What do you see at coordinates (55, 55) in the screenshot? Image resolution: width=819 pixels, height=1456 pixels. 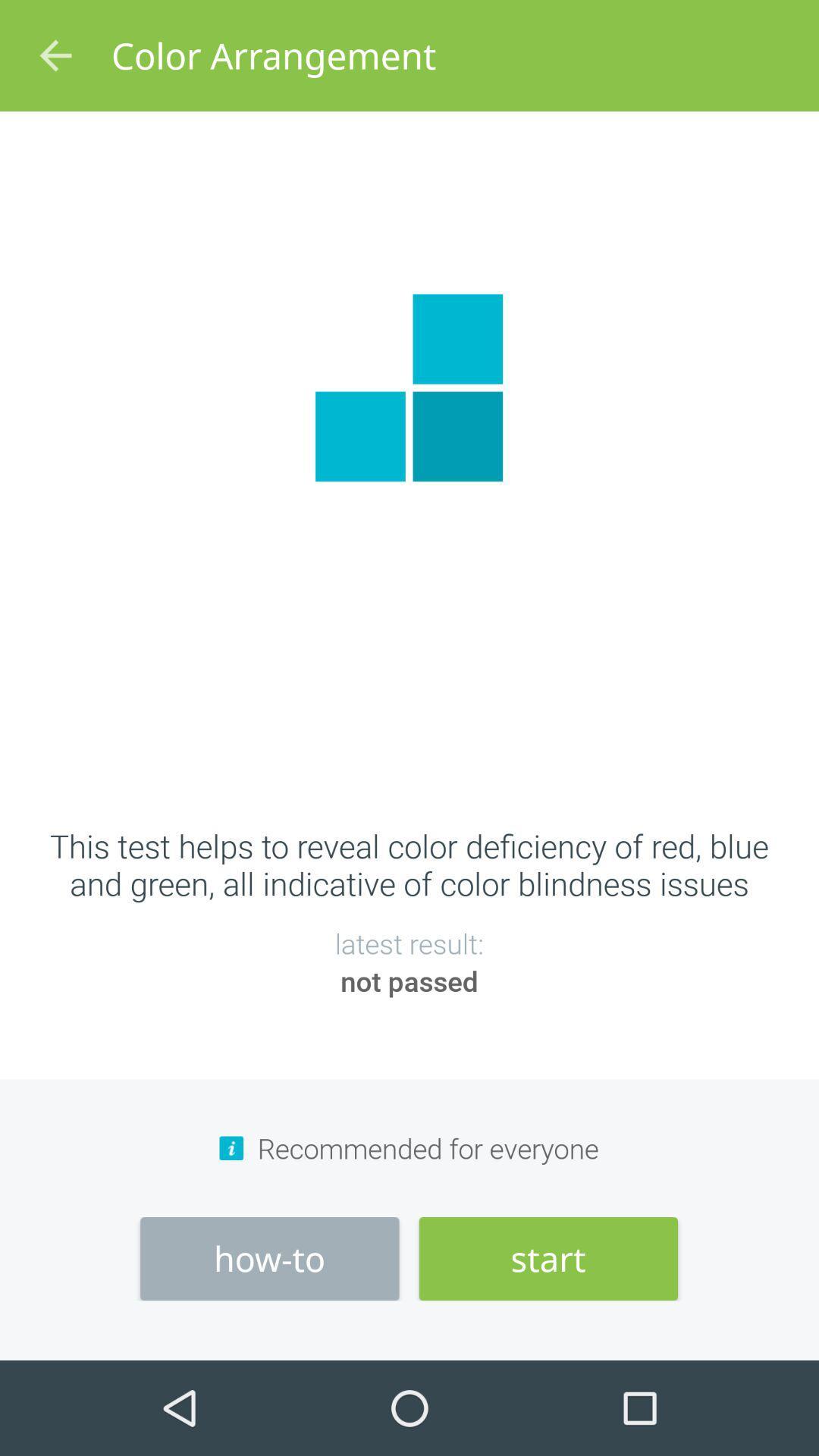 I see `icon next to the color arrangement` at bounding box center [55, 55].